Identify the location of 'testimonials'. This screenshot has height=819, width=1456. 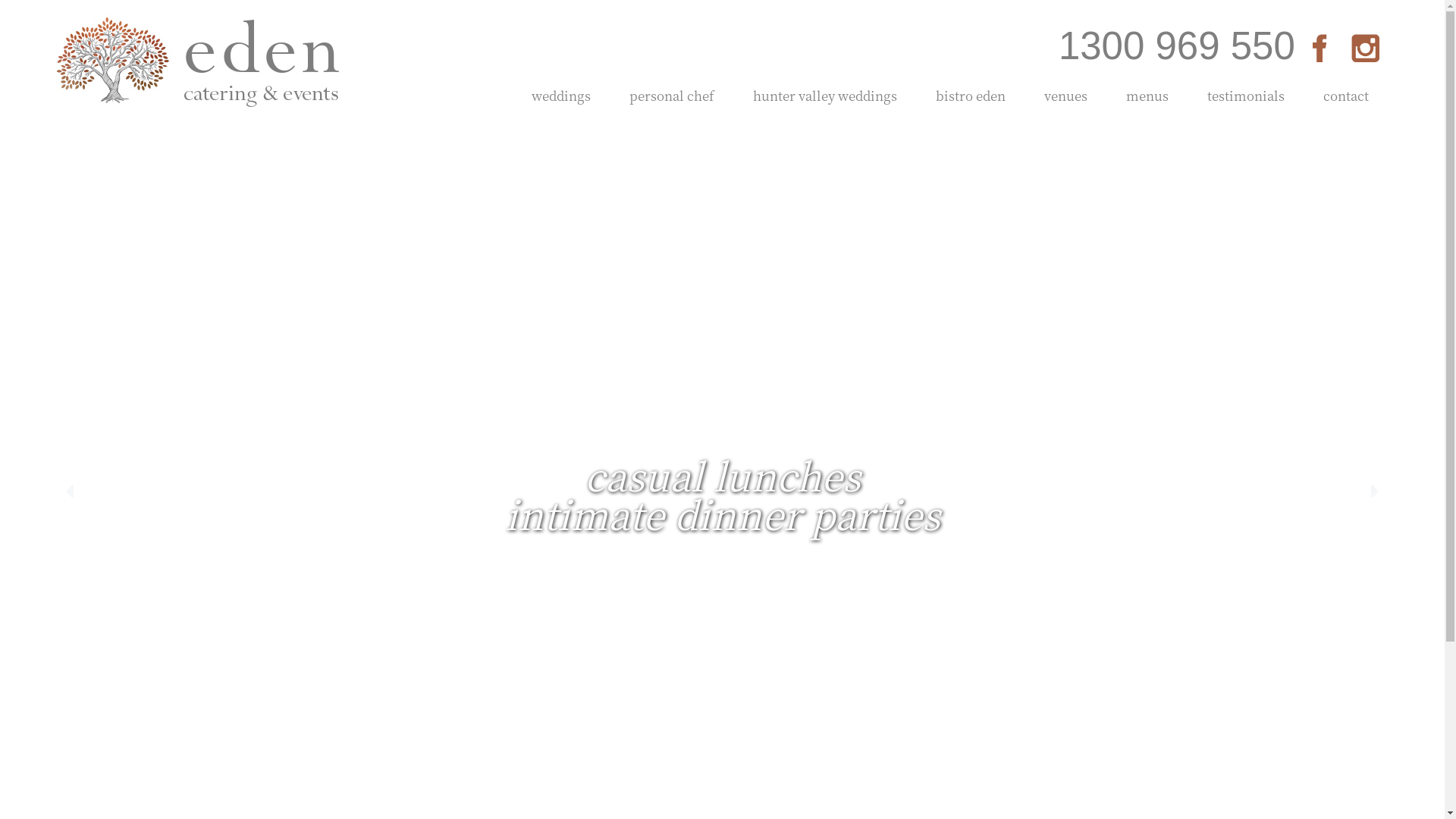
(1246, 96).